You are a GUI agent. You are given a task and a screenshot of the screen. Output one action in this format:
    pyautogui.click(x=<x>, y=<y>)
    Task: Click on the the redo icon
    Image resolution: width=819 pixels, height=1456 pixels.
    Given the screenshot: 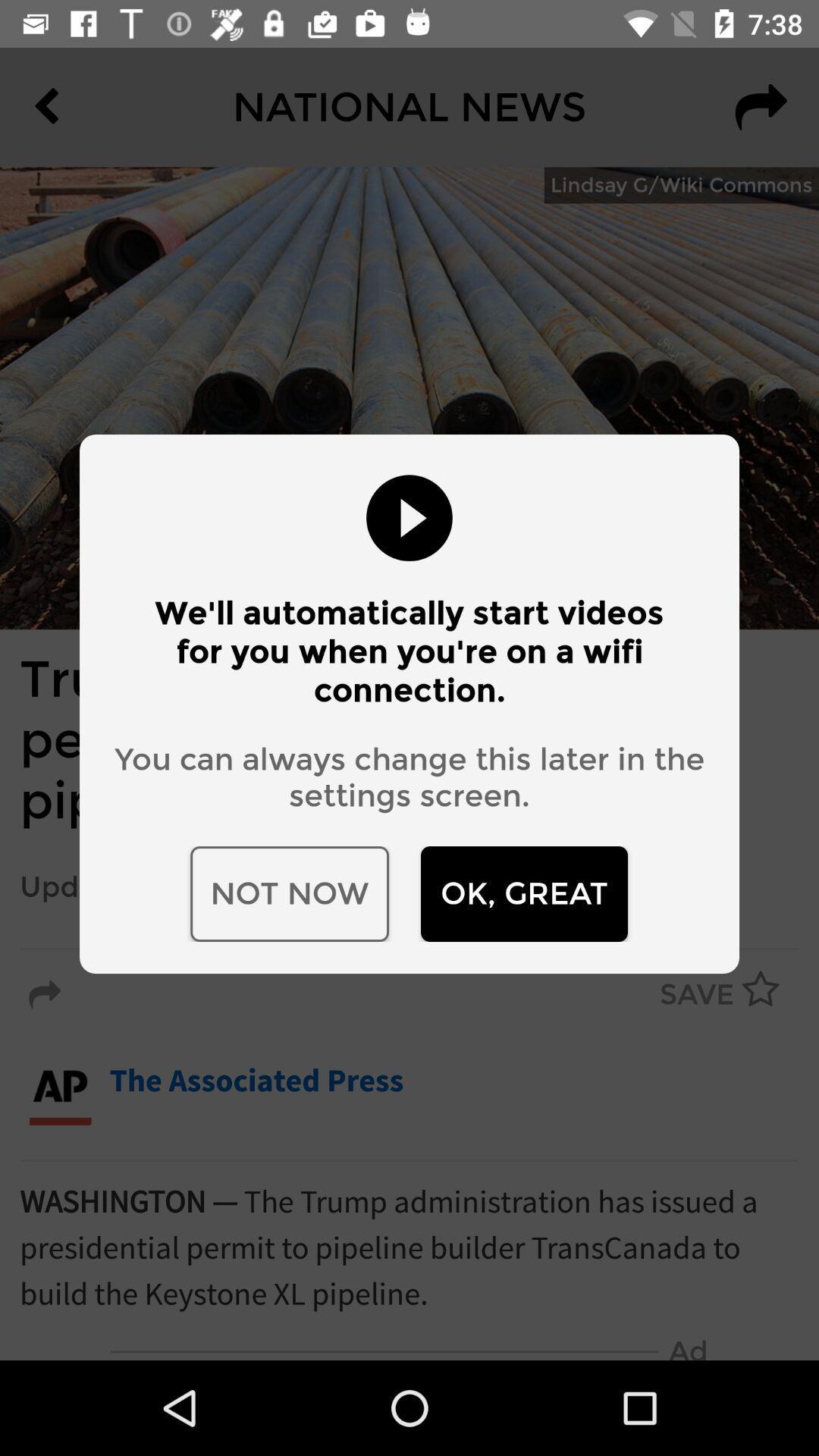 What is the action you would take?
    pyautogui.click(x=761, y=106)
    